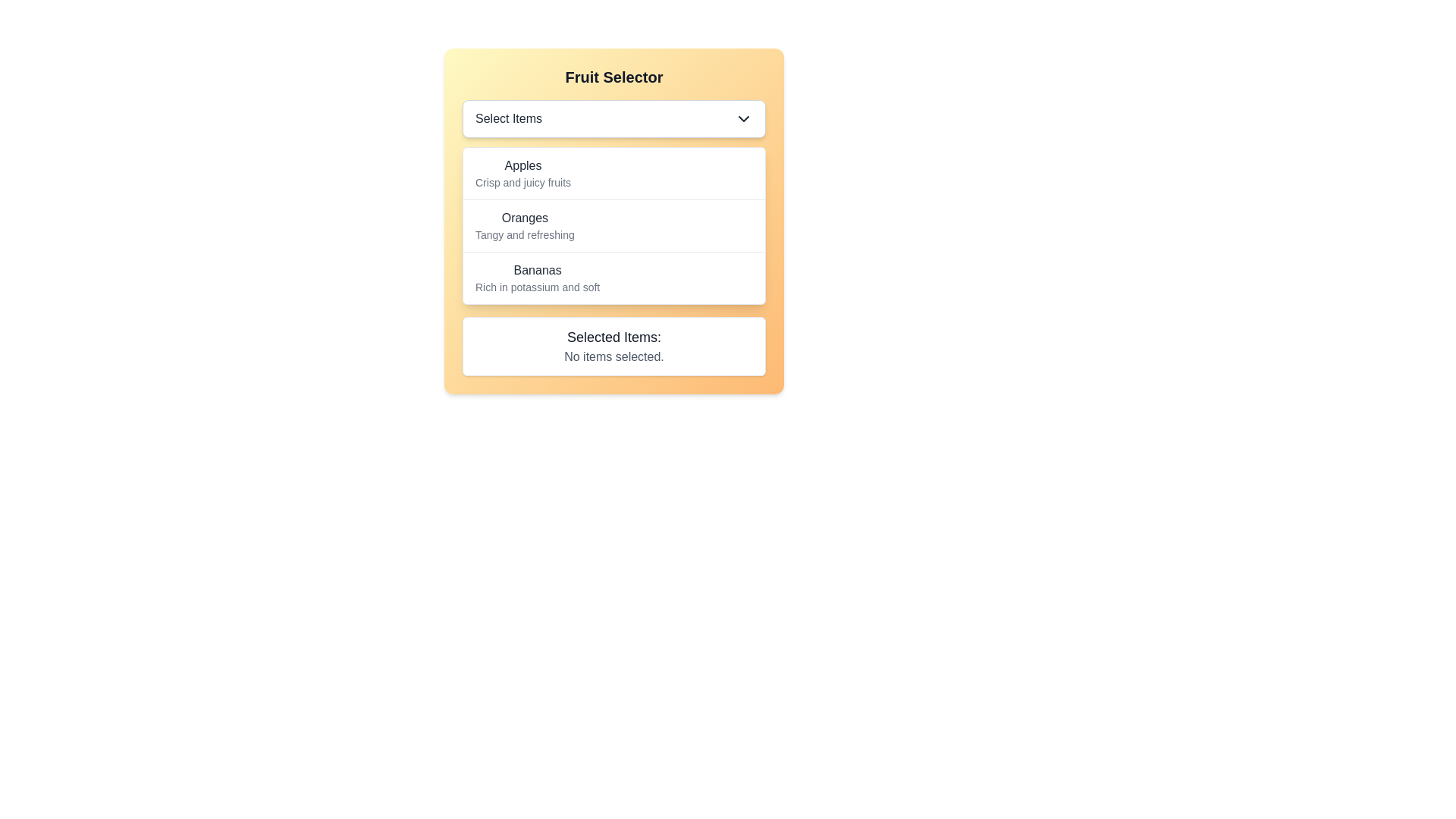 The height and width of the screenshot is (819, 1456). I want to click on the item in the vertically arranged list containing 'Apples', 'Oranges', and 'Bananas', so click(614, 225).